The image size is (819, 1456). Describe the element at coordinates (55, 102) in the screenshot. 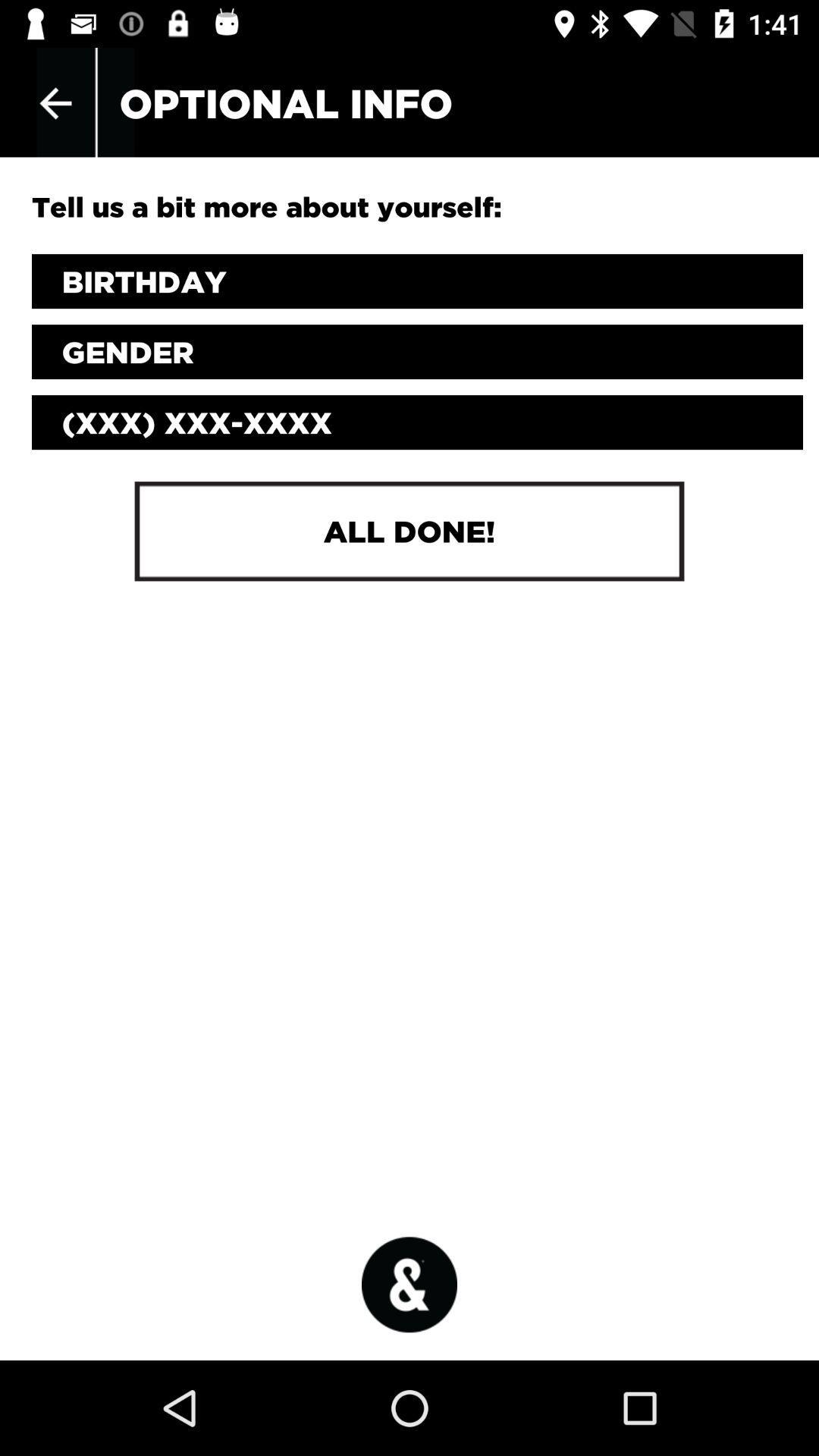

I see `the icon above tell us a icon` at that location.